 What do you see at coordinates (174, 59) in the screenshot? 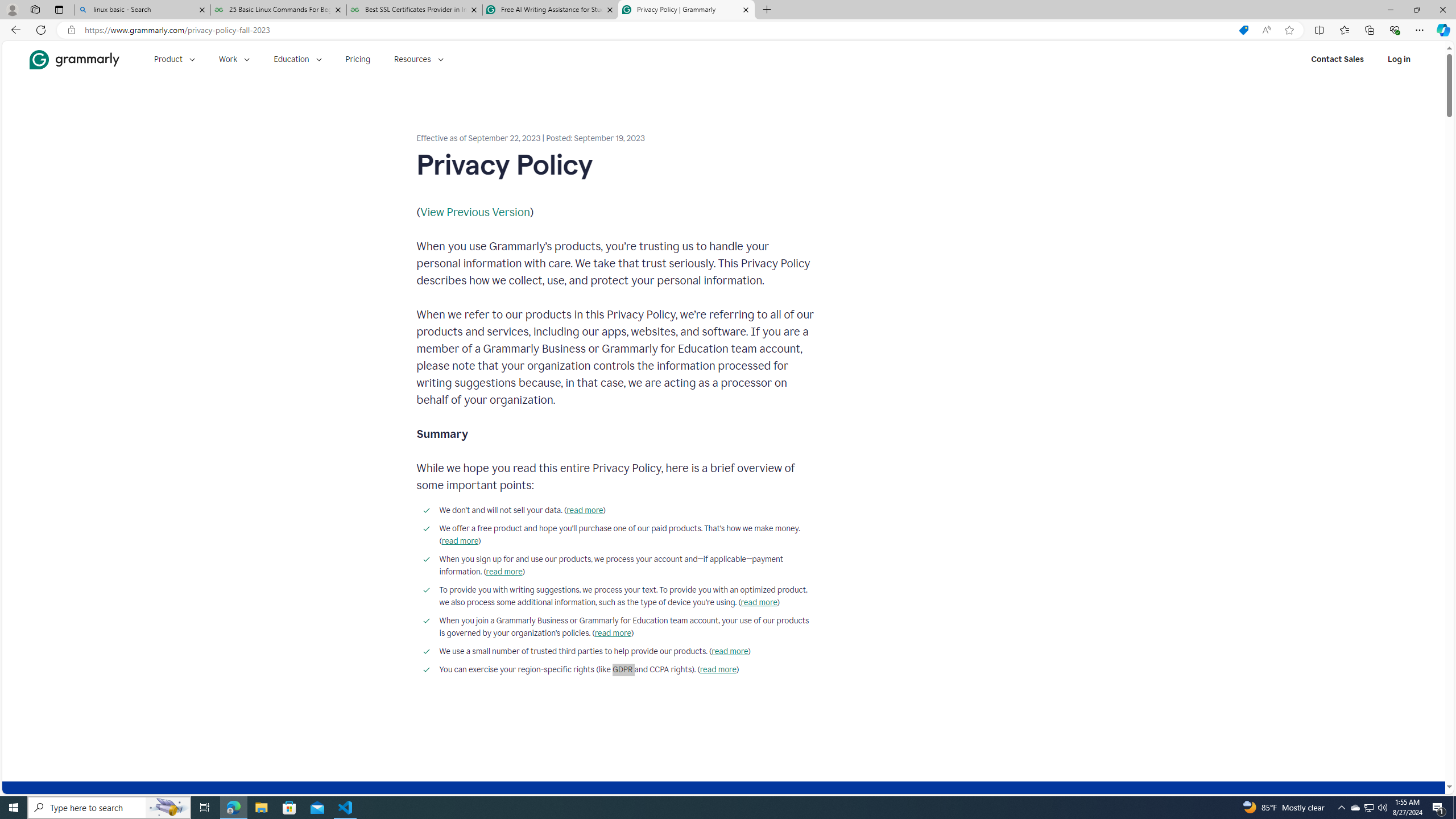
I see `'Product'` at bounding box center [174, 59].